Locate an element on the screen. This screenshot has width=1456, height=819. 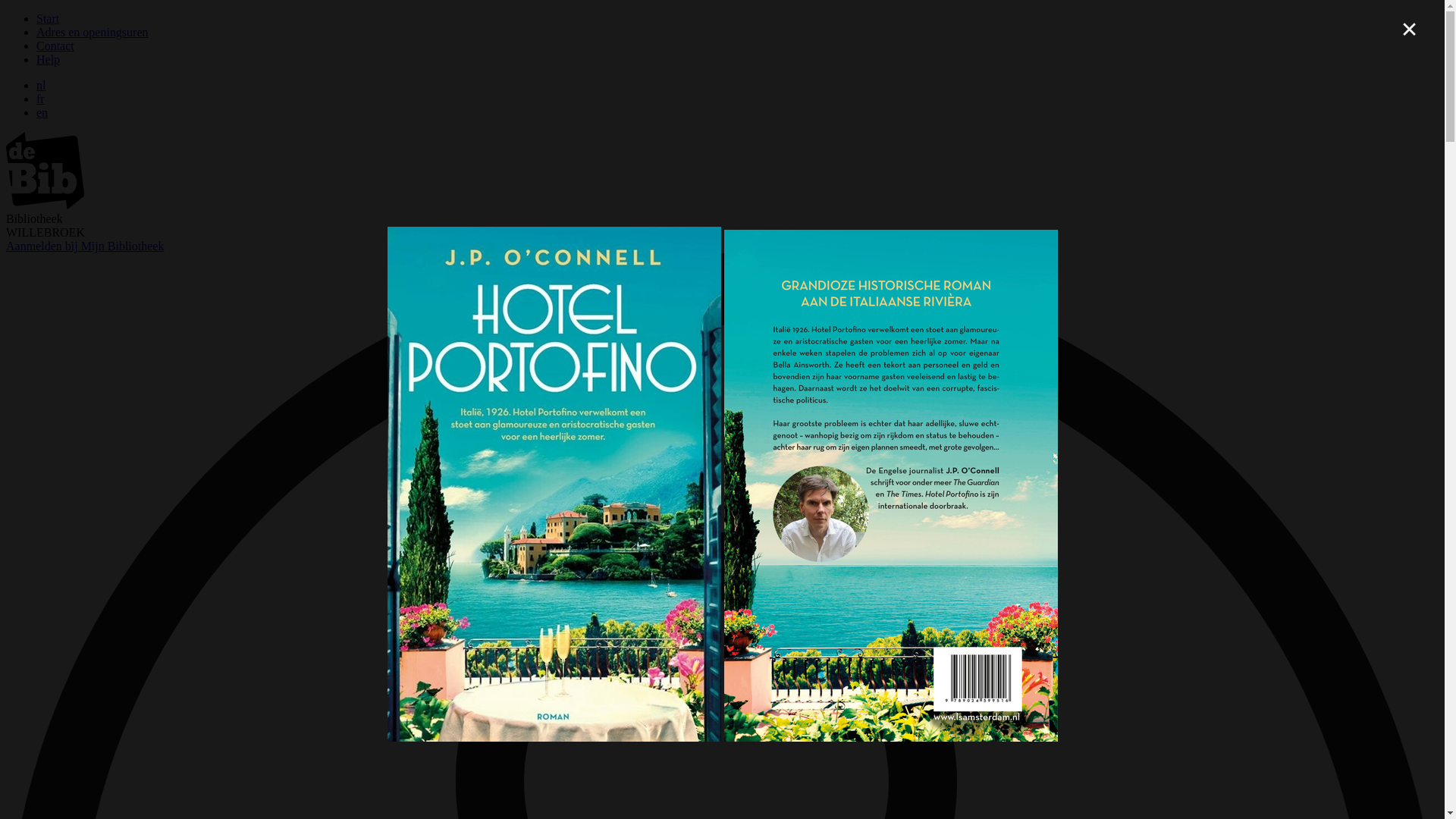
'nl' is located at coordinates (40, 85).